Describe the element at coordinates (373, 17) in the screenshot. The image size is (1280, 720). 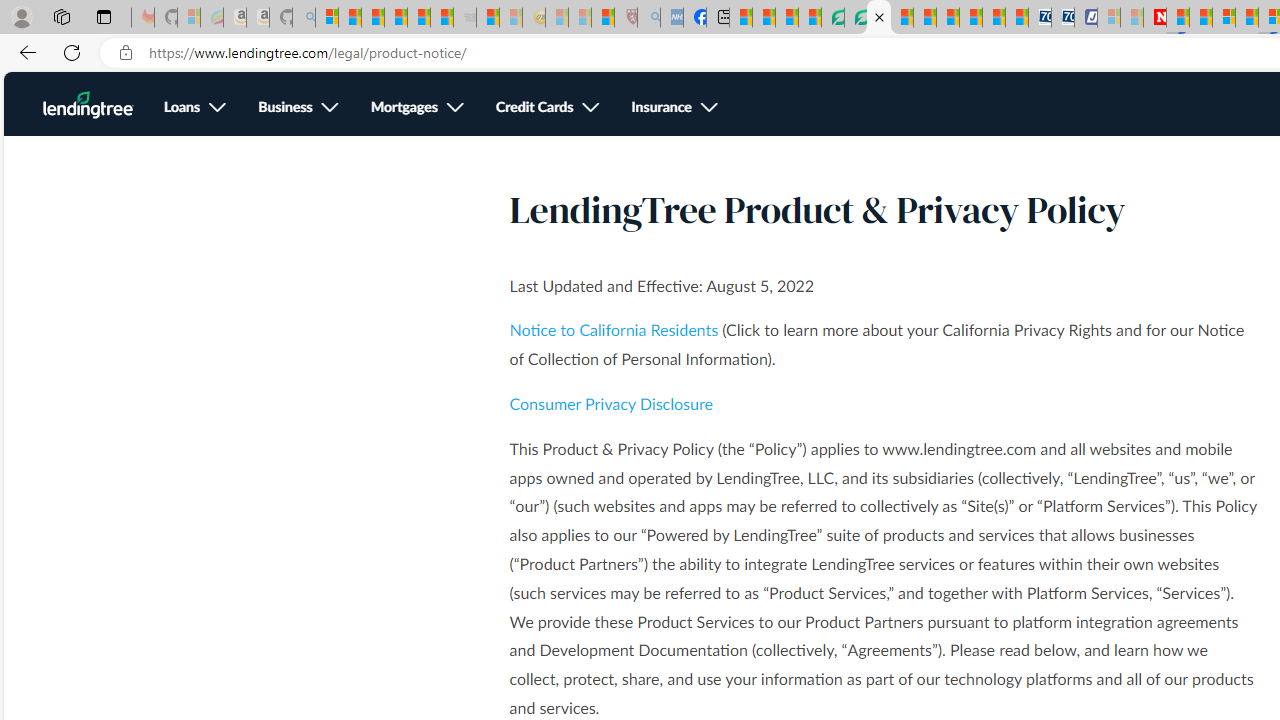
I see `'The Weather Channel - MSN'` at that location.